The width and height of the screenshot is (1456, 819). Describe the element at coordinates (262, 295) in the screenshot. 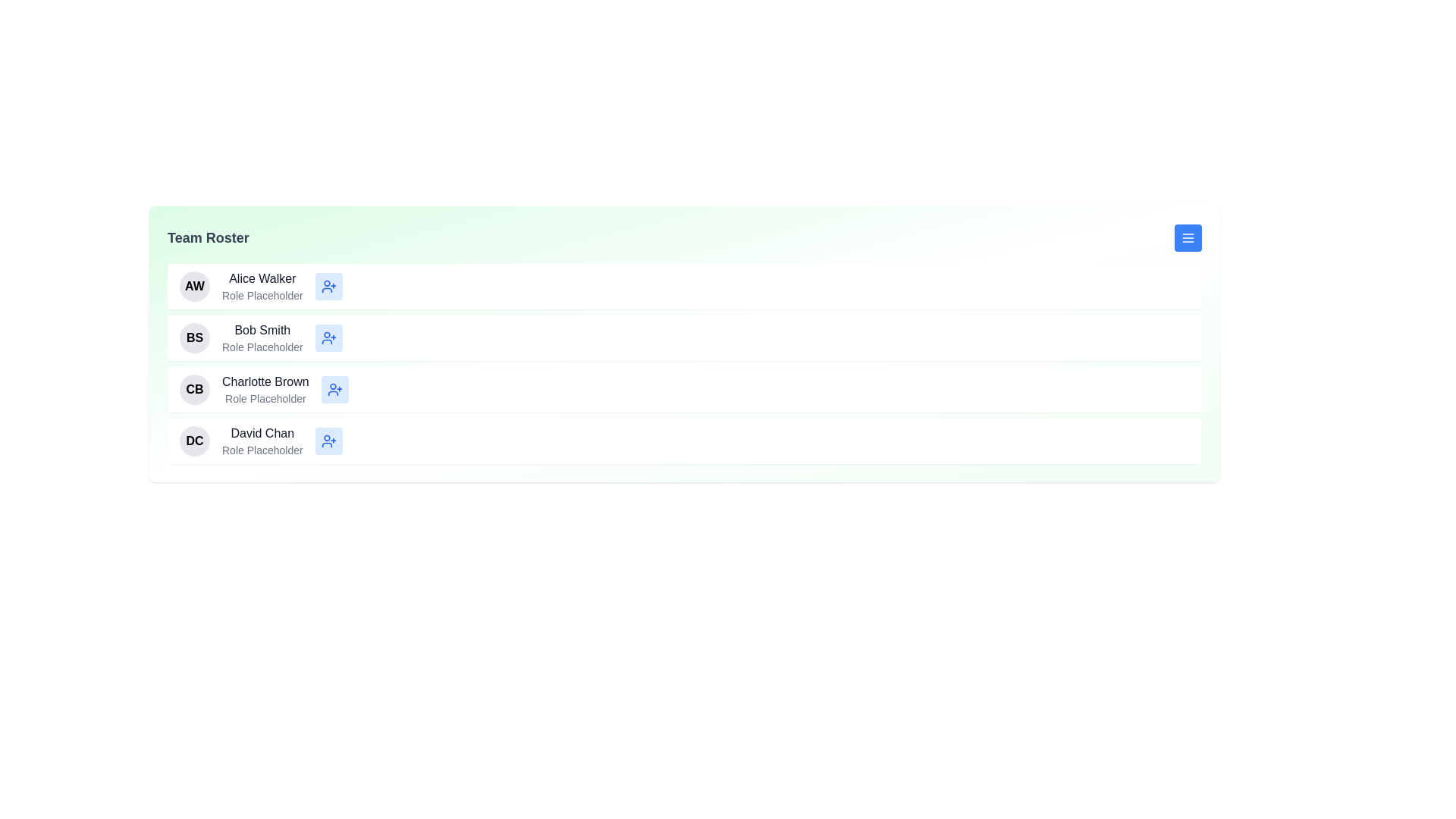

I see `the static text label displaying supplementary information for 'Alice Walker', located directly below her name in the 'Team Roster' list` at that location.